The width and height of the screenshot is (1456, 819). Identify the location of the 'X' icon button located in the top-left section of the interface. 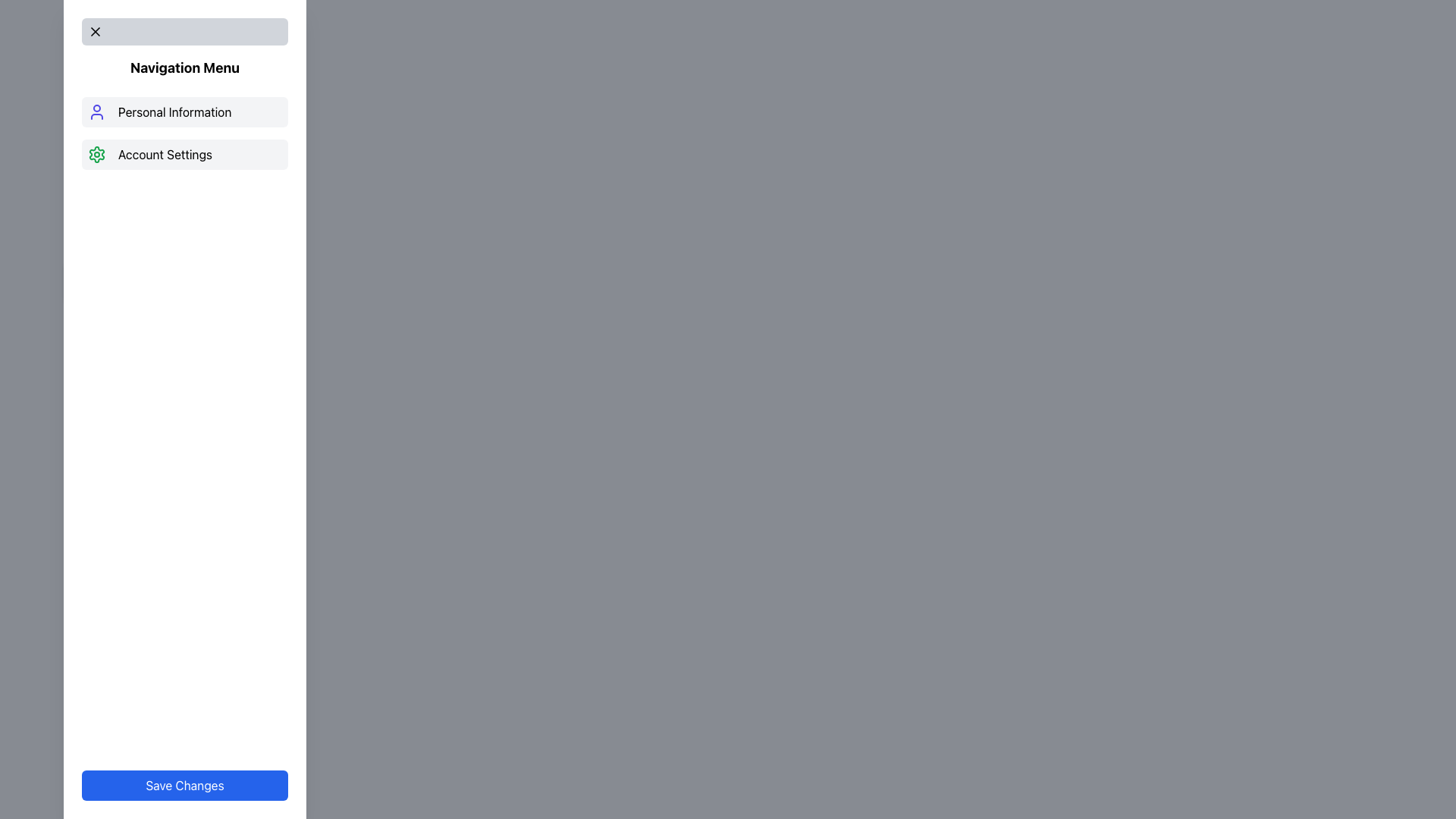
(94, 32).